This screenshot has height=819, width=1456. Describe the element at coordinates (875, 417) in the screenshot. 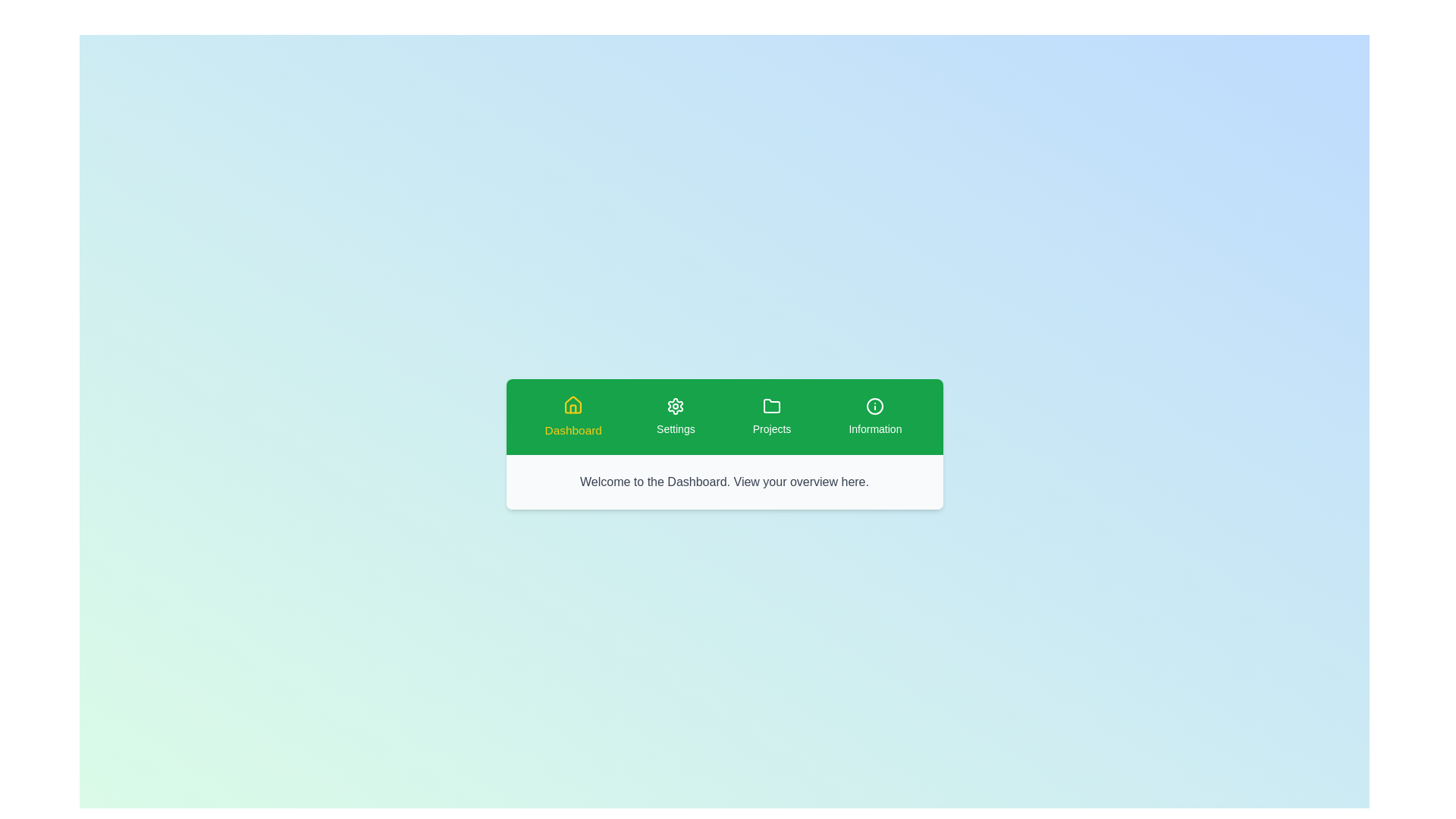

I see `the Information tab to observe its hover effect` at that location.